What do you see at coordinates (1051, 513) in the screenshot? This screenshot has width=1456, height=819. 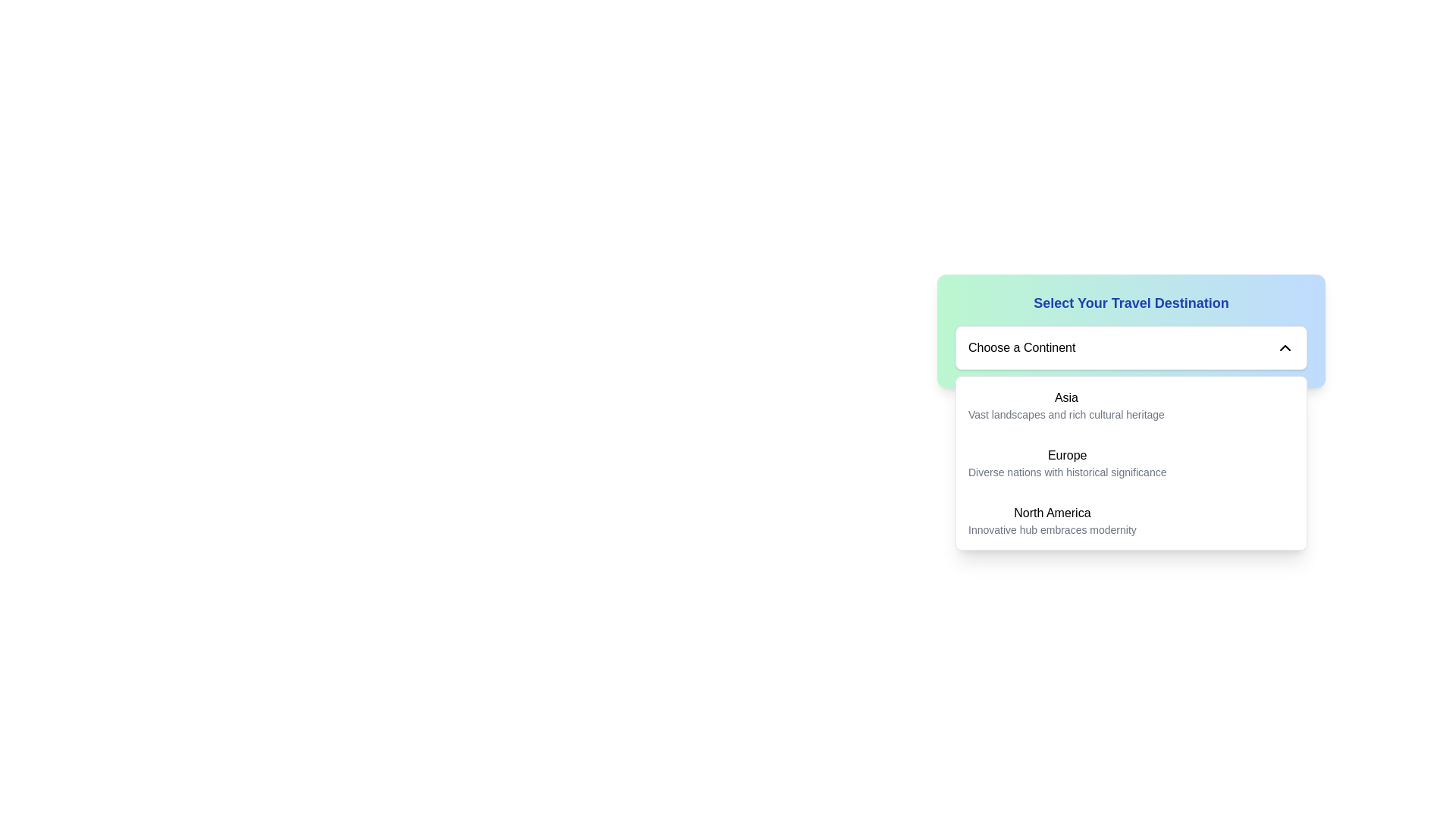 I see `the text label that serves as the title of the selectable option in the dropdown list under 'Select Your Travel Destination'` at bounding box center [1051, 513].